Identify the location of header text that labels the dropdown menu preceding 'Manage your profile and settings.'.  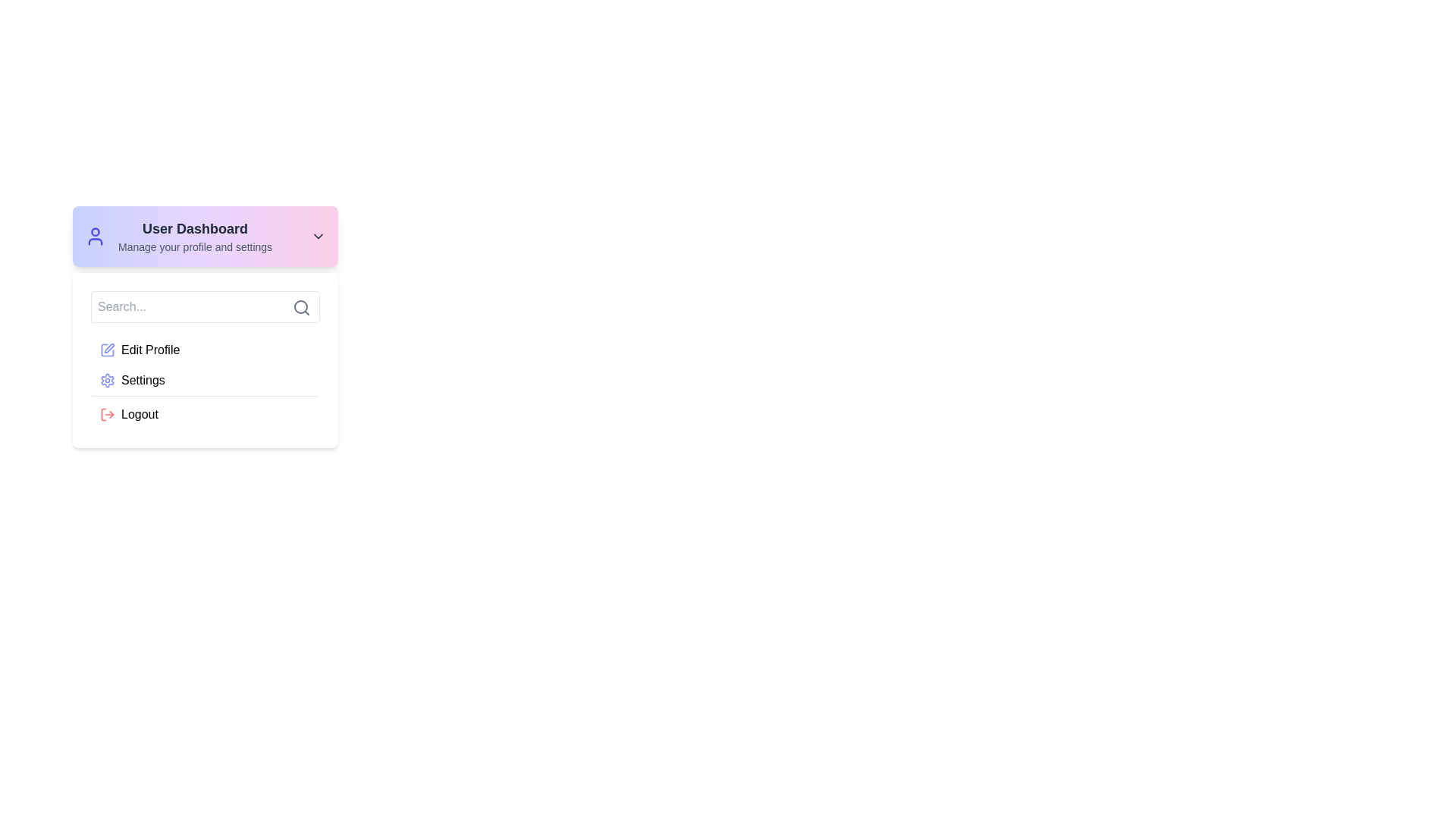
(194, 228).